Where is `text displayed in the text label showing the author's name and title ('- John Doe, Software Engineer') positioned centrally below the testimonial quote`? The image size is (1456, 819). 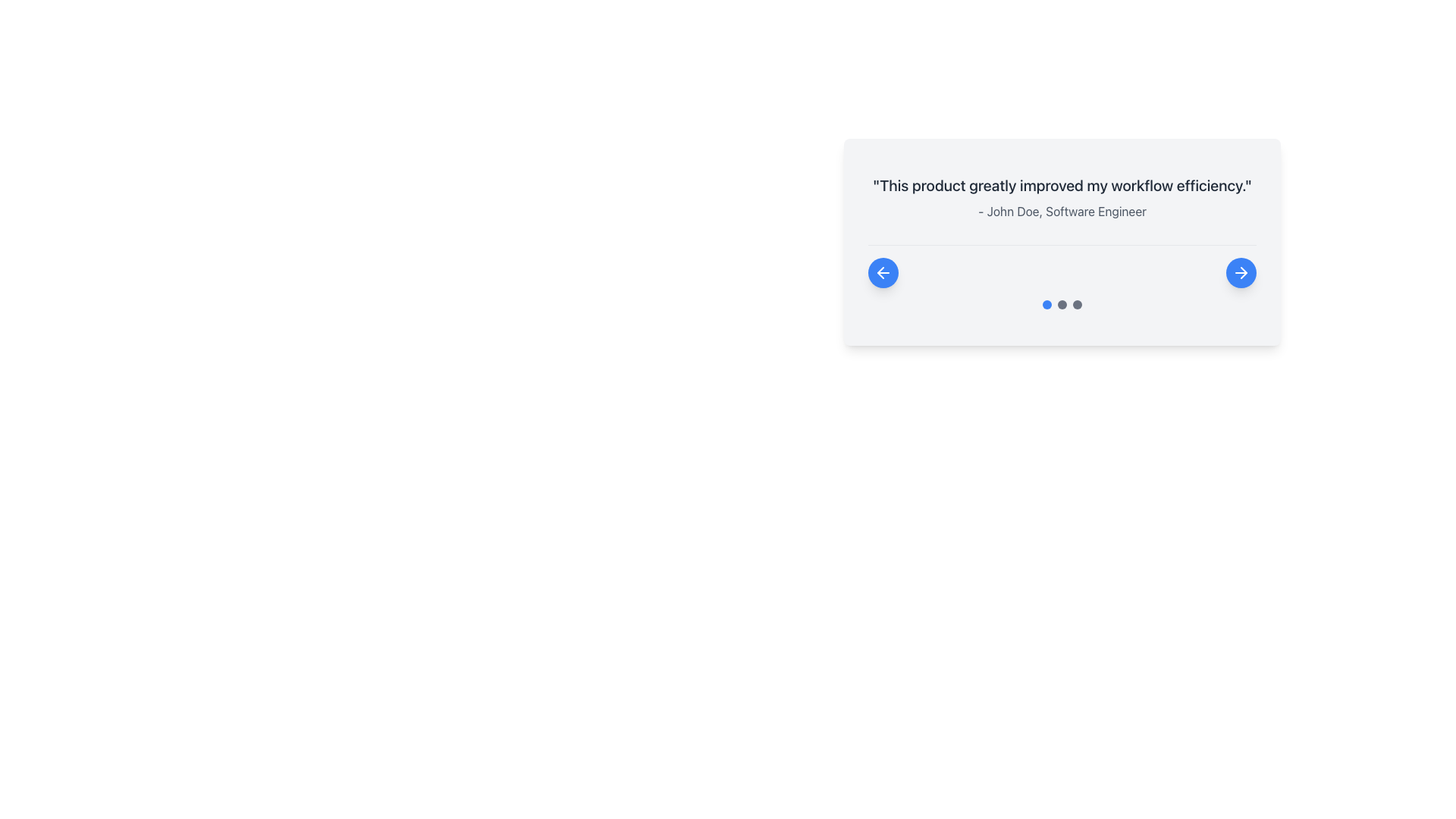
text displayed in the text label showing the author's name and title ('- John Doe, Software Engineer') positioned centrally below the testimonial quote is located at coordinates (1062, 211).